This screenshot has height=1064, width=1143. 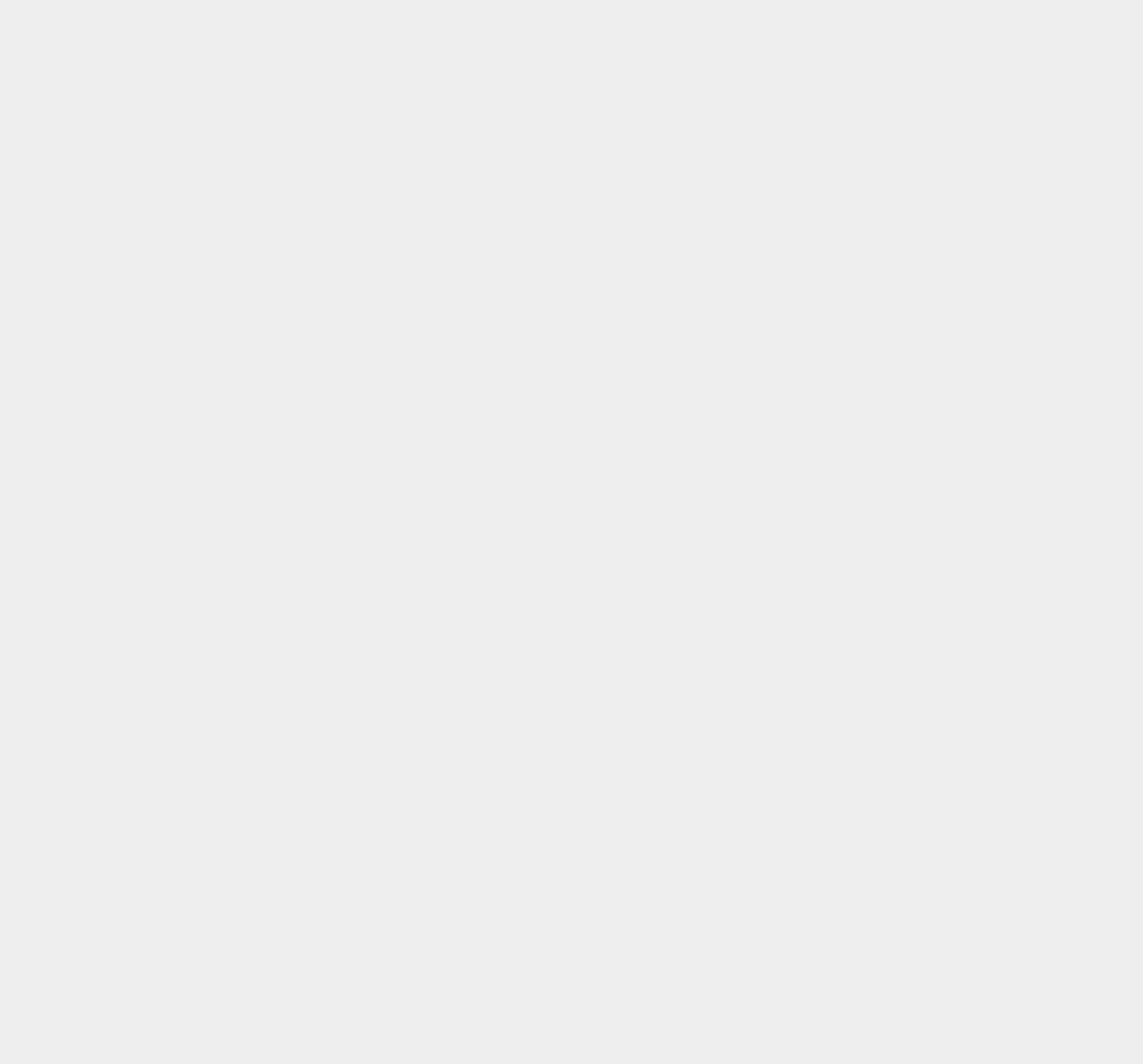 What do you see at coordinates (827, 853) in the screenshot?
I see `'Unlock'` at bounding box center [827, 853].